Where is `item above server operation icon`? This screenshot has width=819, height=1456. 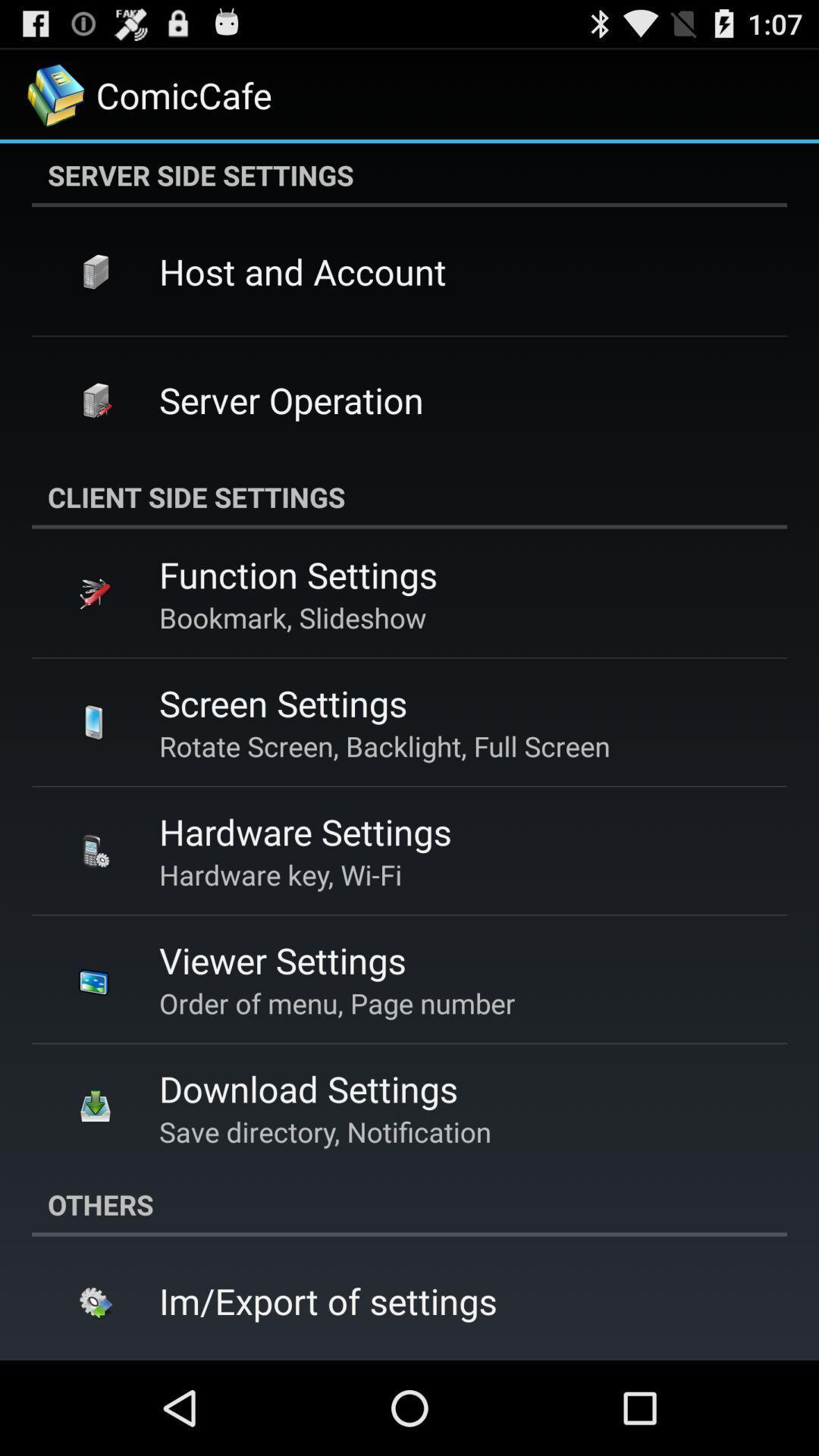
item above server operation icon is located at coordinates (303, 271).